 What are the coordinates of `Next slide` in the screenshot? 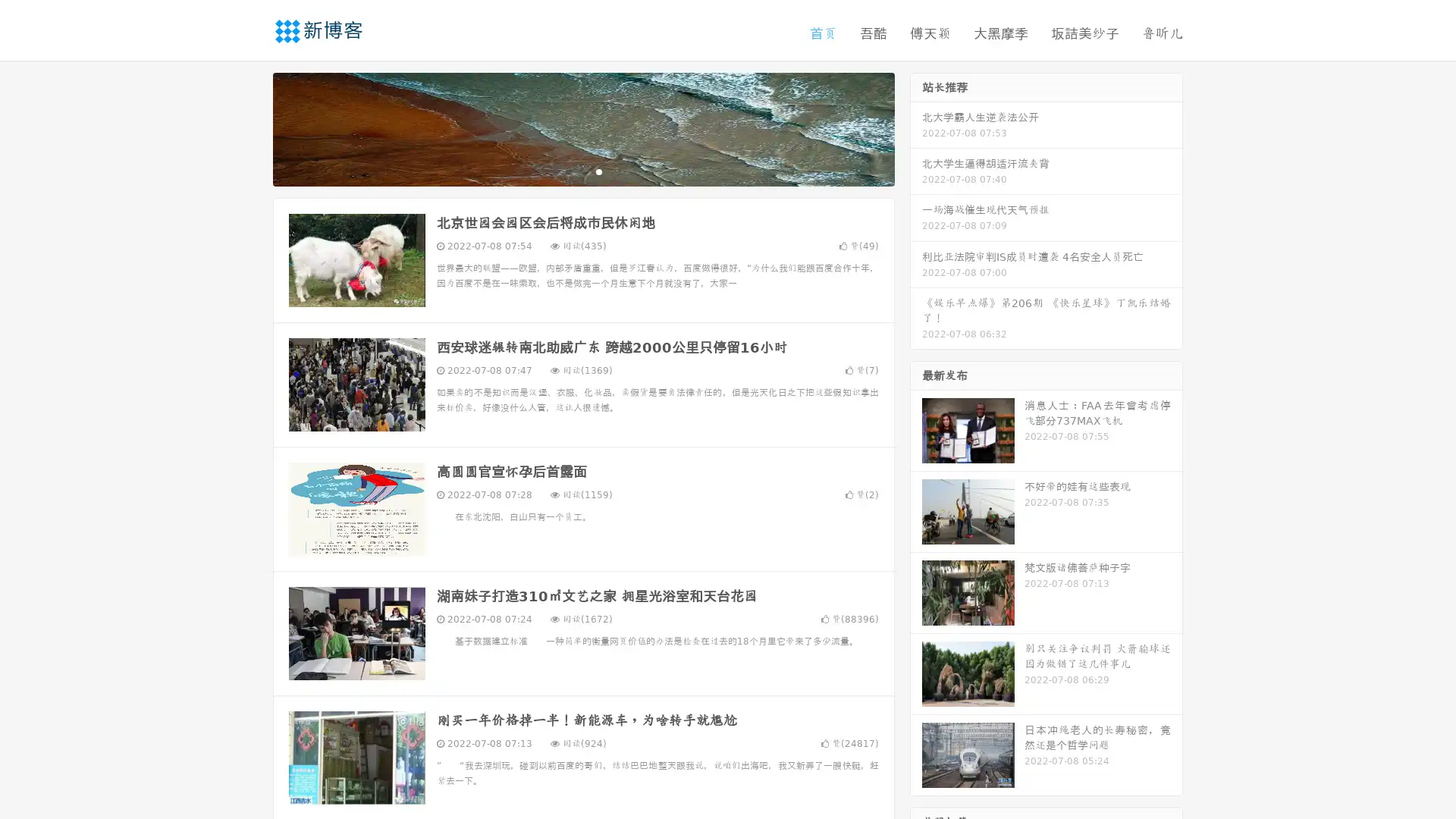 It's located at (916, 127).